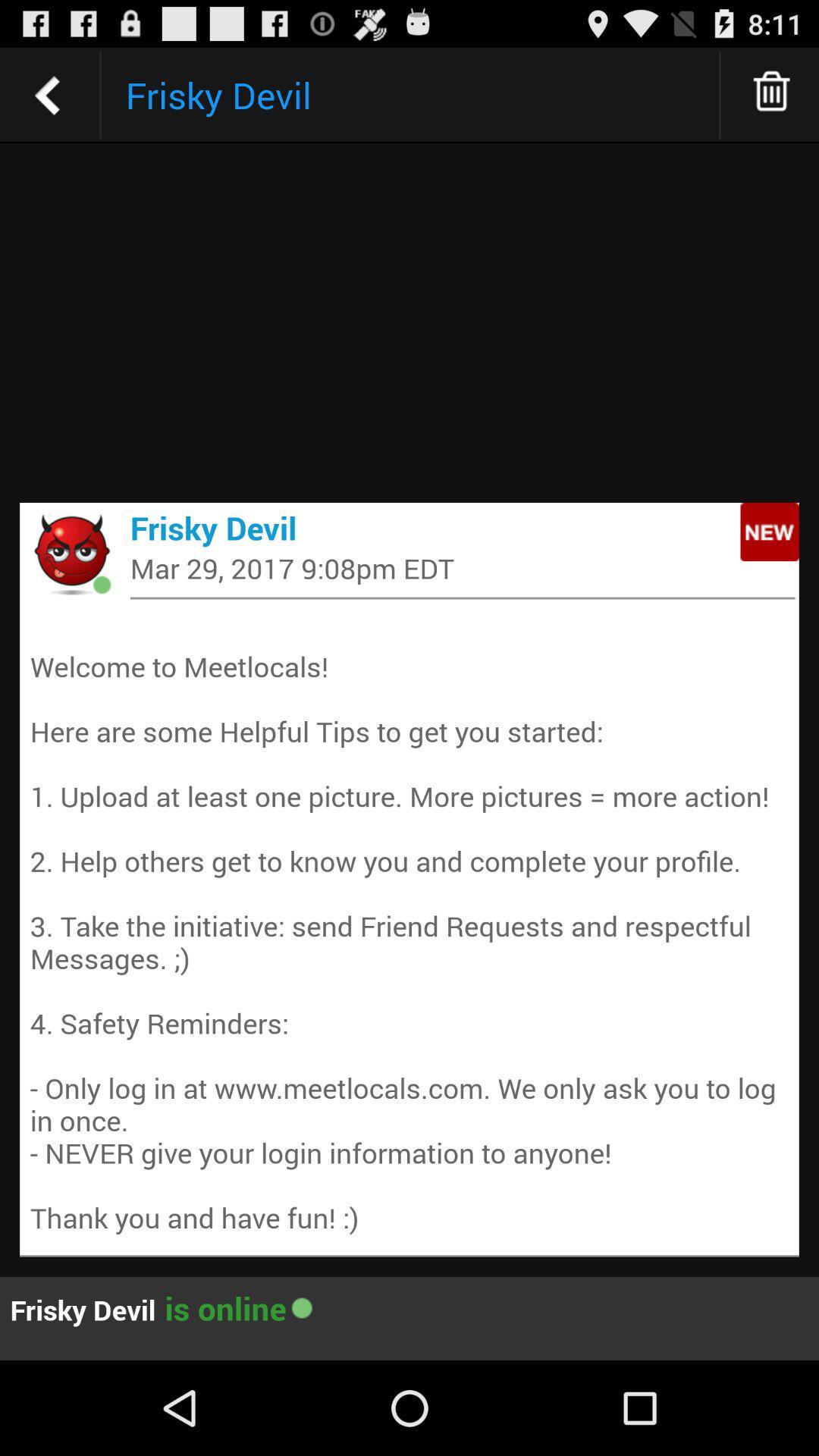 The image size is (819, 1456). Describe the element at coordinates (409, 924) in the screenshot. I see `the welcome to meetlocals` at that location.